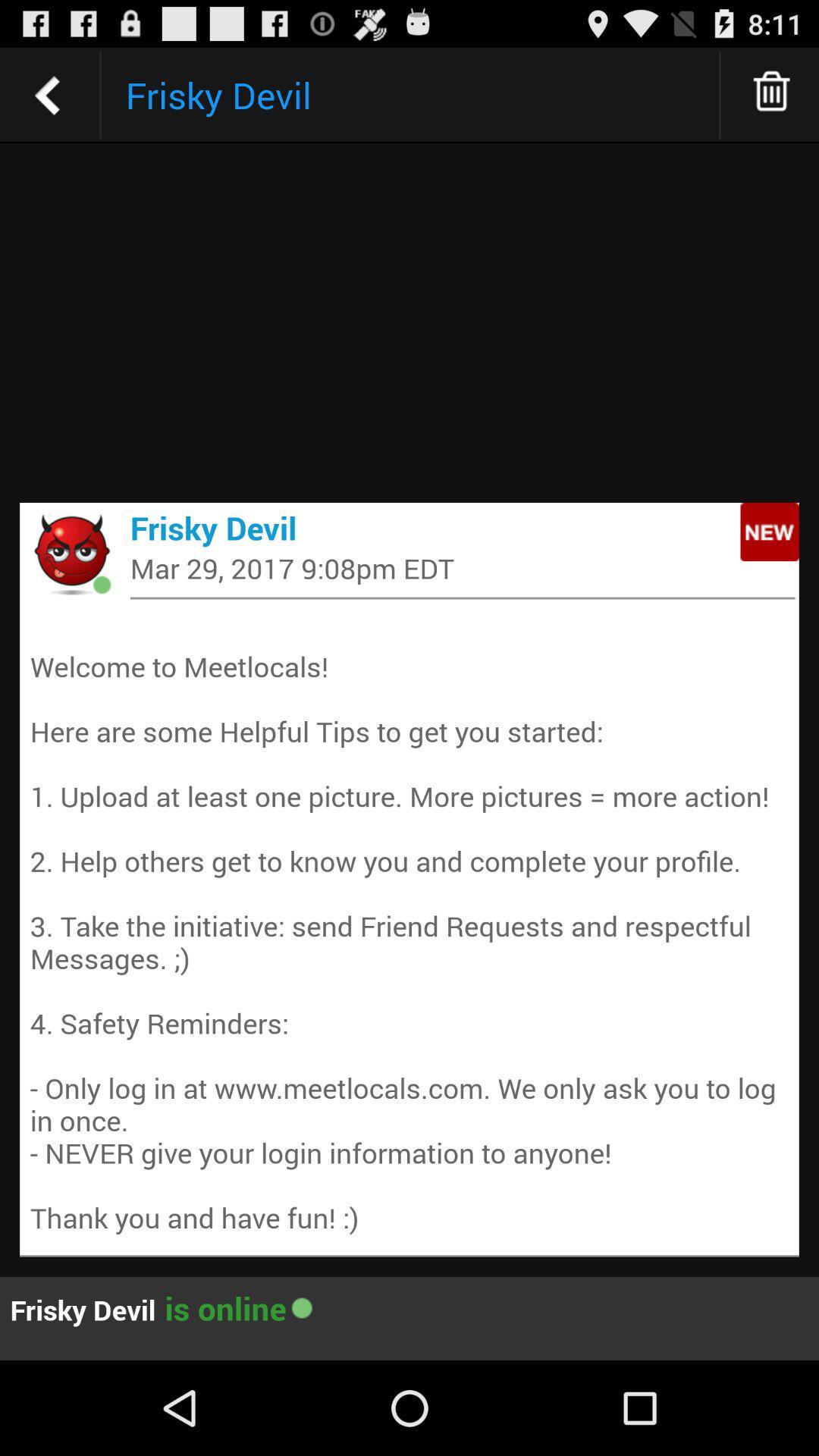 The image size is (819, 1456). Describe the element at coordinates (409, 924) in the screenshot. I see `the welcome to meetlocals` at that location.